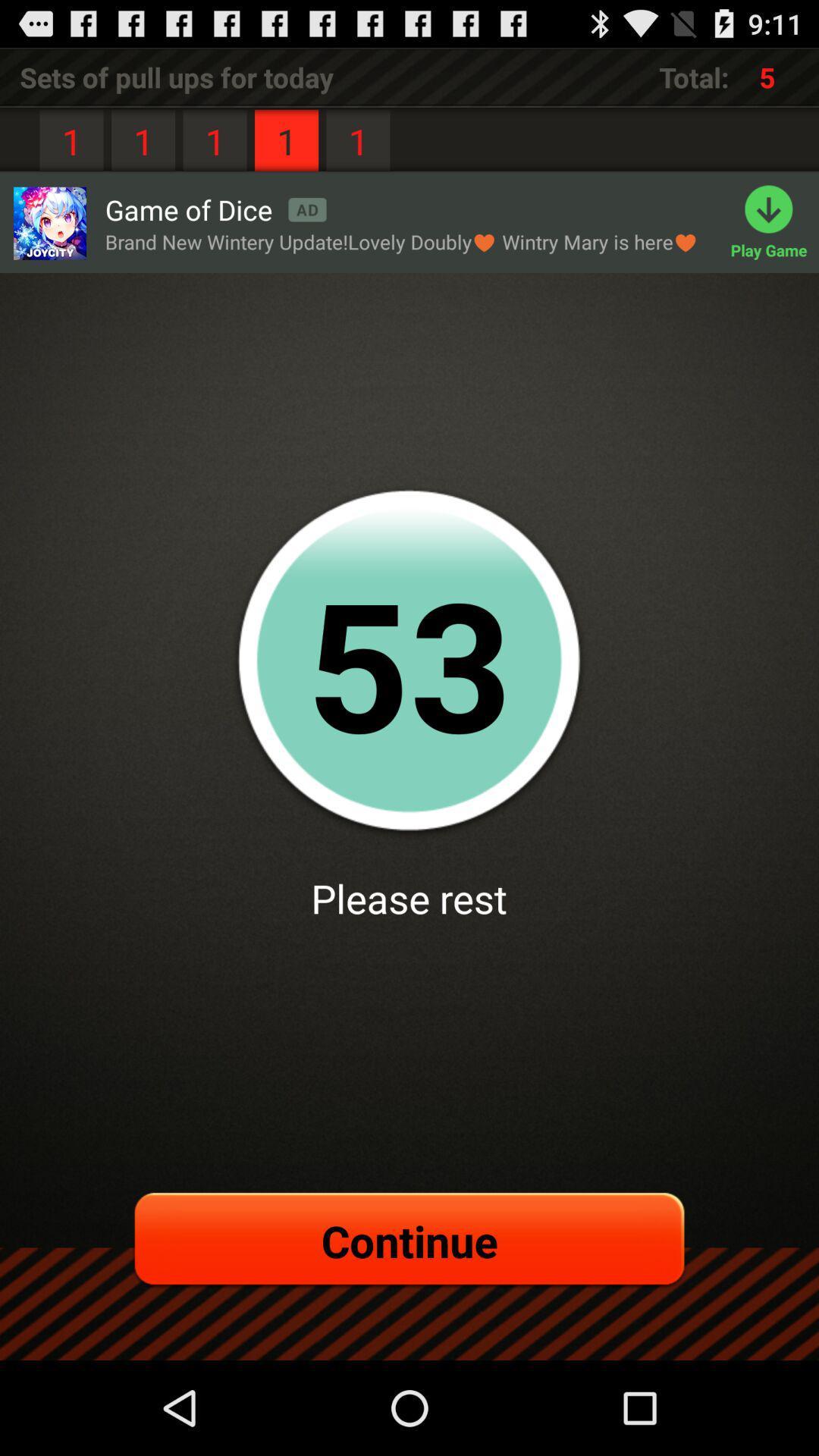 Image resolution: width=819 pixels, height=1456 pixels. Describe the element at coordinates (400, 241) in the screenshot. I see `the icon to the left of the play game` at that location.